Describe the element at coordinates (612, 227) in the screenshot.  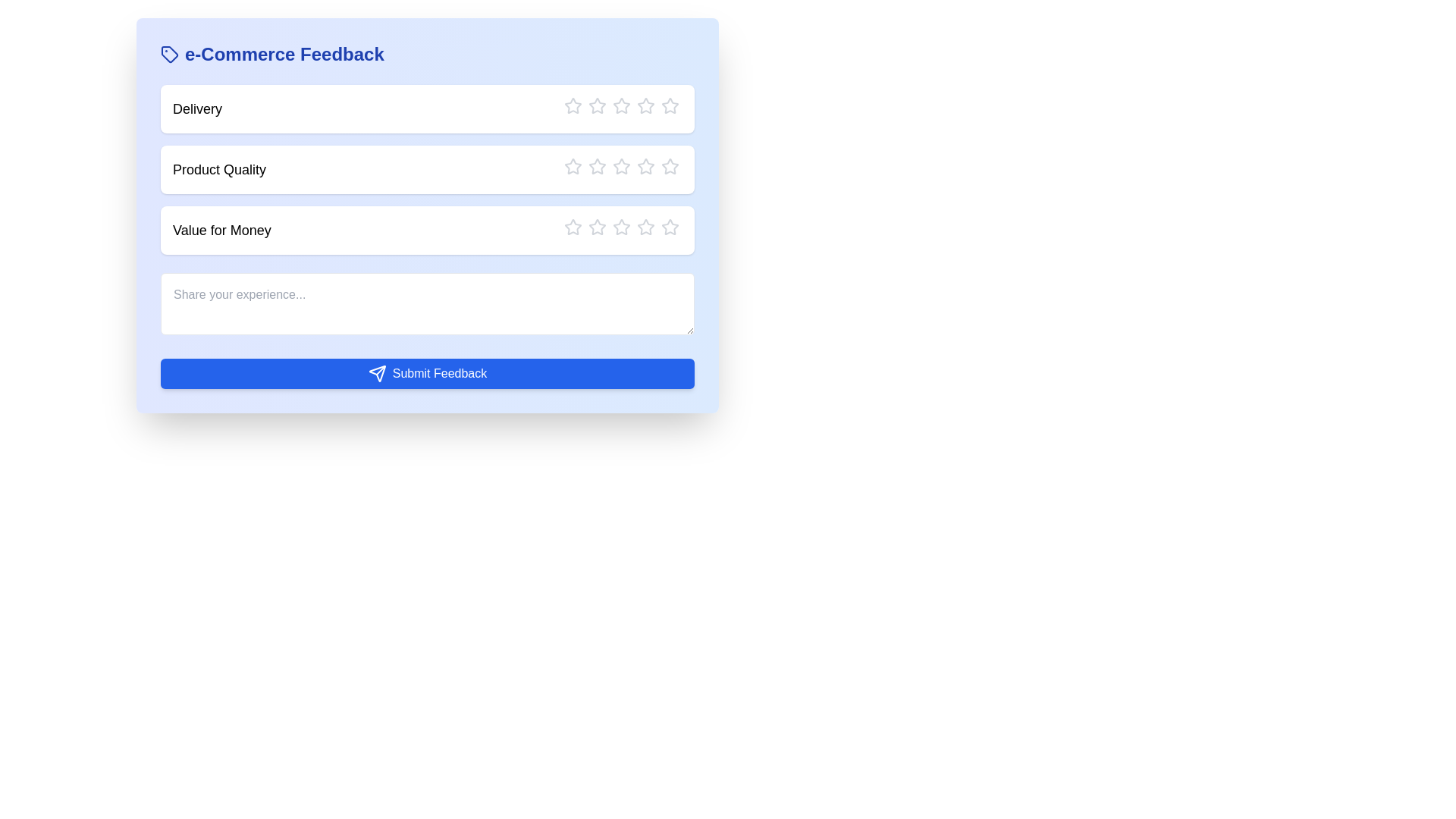
I see `the star corresponding to the rating 3 for the category Value for Money` at that location.